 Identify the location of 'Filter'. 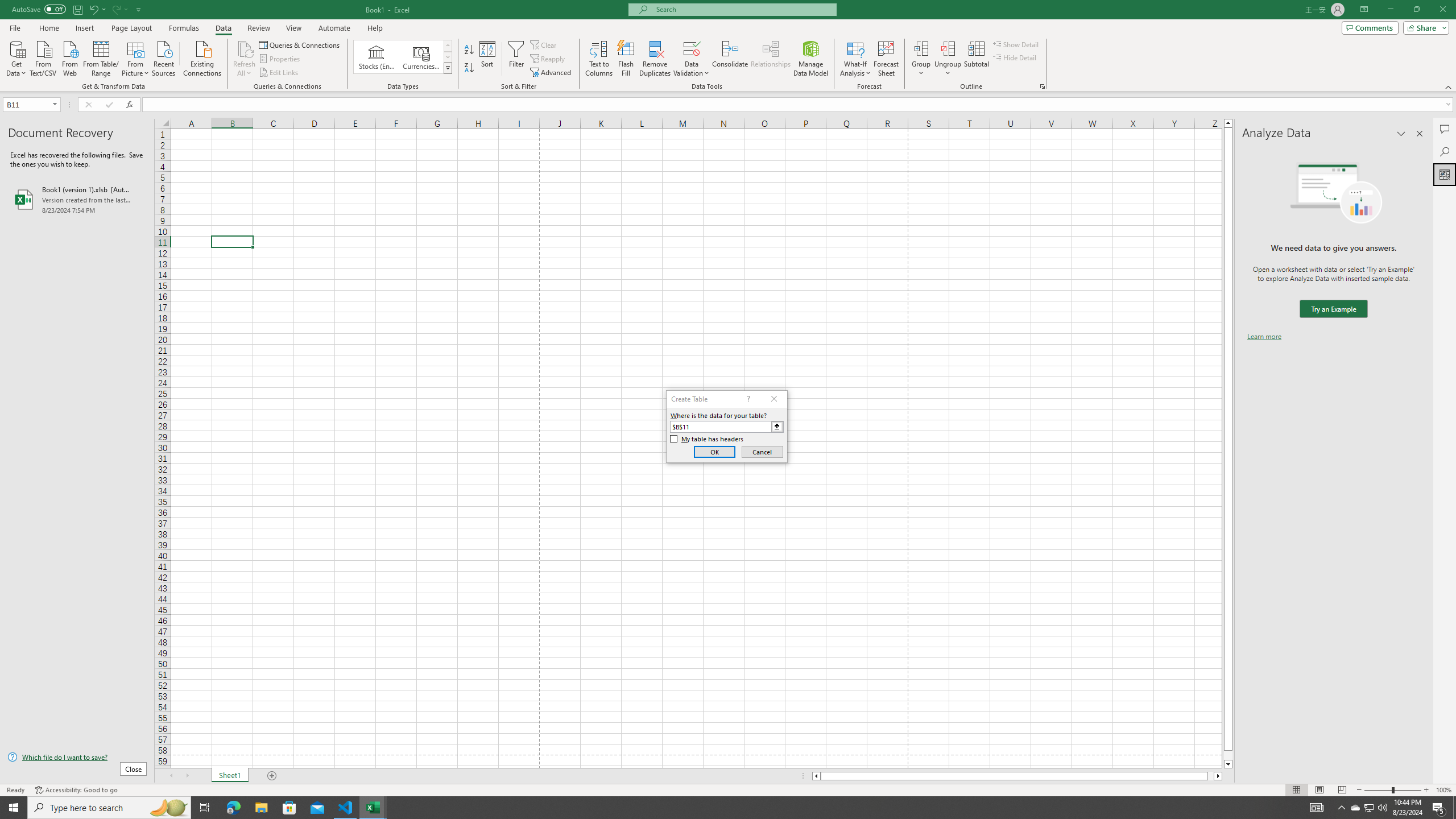
(515, 59).